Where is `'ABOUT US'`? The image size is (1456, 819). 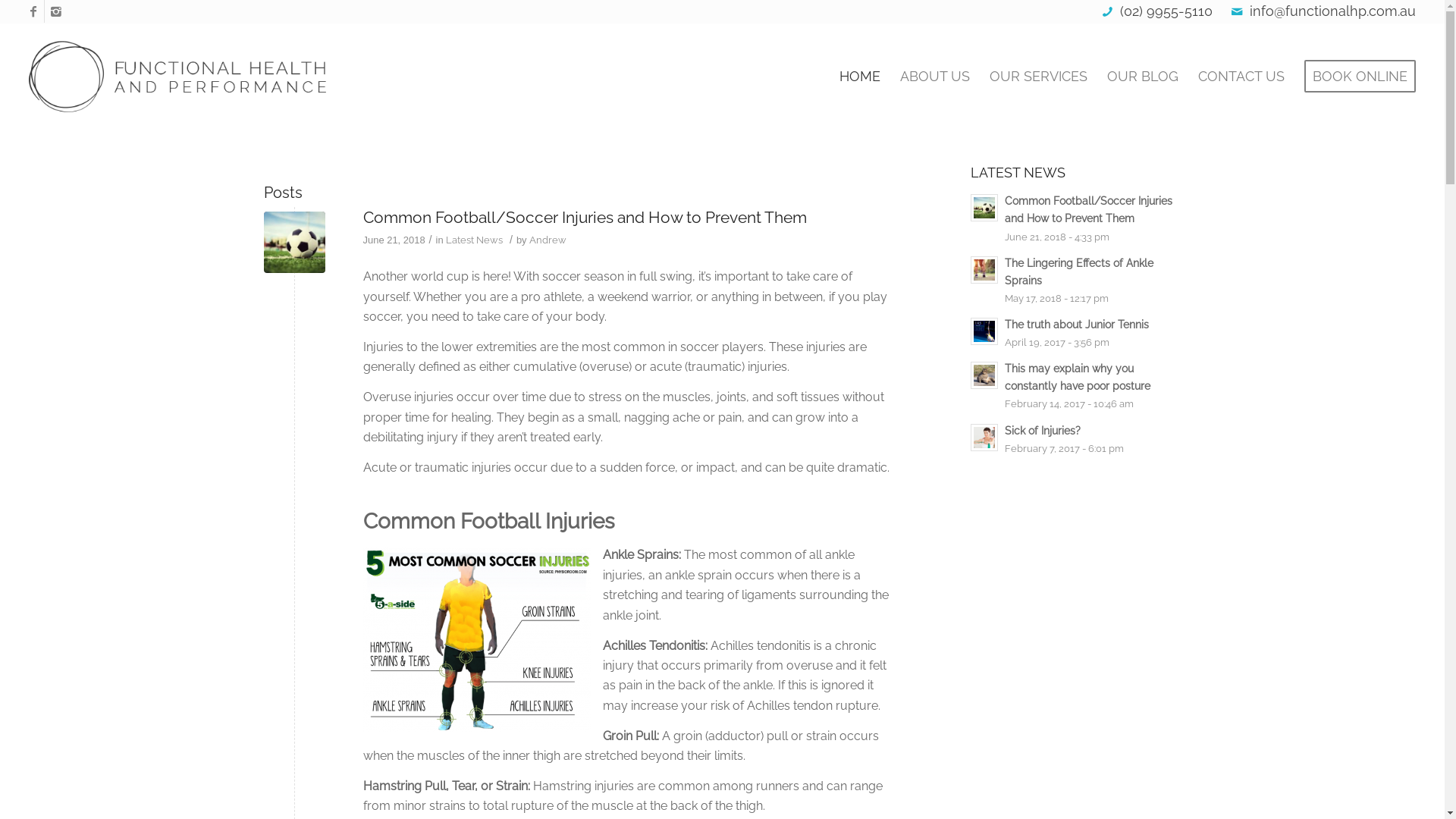 'ABOUT US' is located at coordinates (934, 76).